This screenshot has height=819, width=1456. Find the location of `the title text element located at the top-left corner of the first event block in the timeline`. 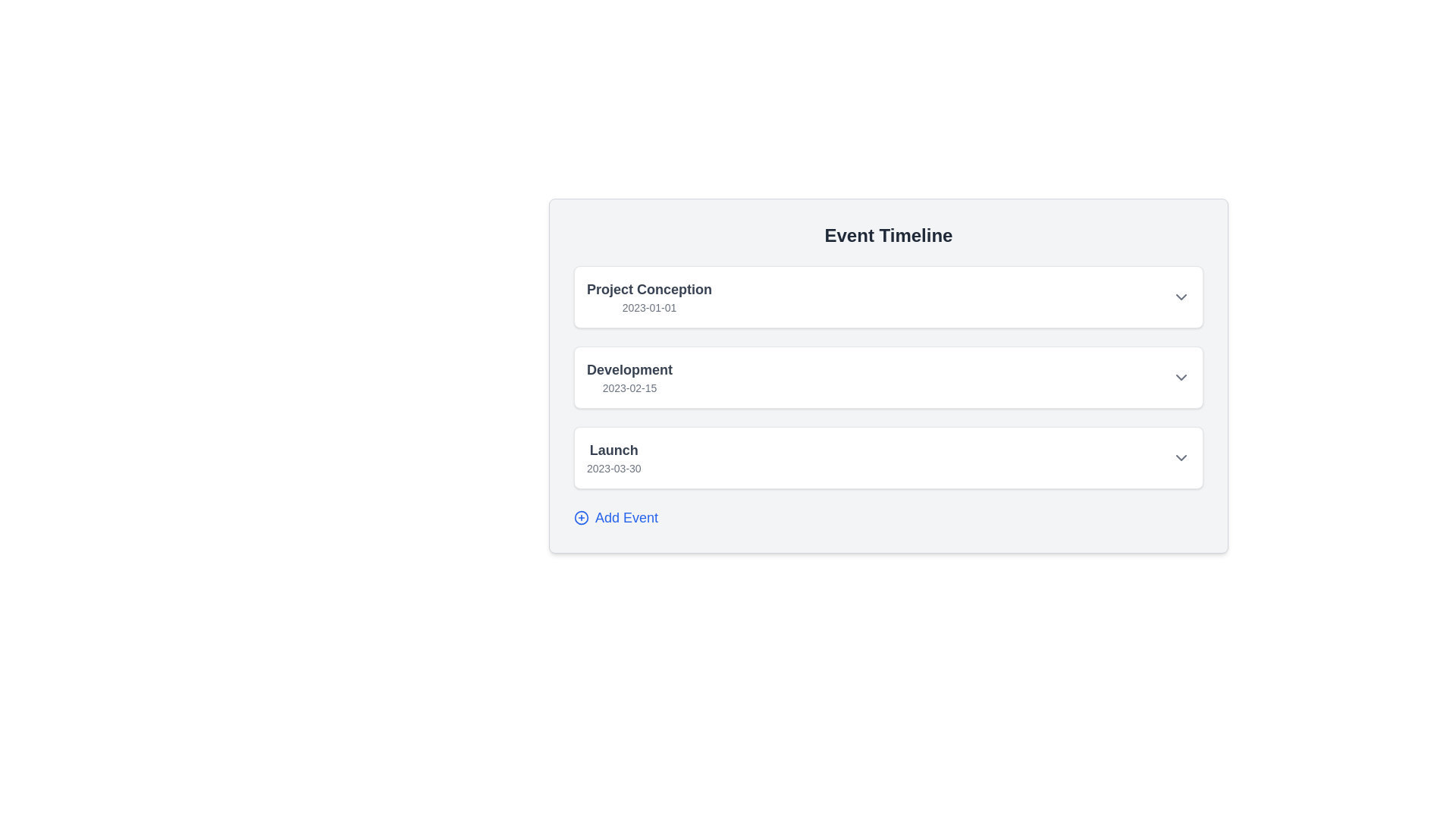

the title text element located at the top-left corner of the first event block in the timeline is located at coordinates (649, 289).